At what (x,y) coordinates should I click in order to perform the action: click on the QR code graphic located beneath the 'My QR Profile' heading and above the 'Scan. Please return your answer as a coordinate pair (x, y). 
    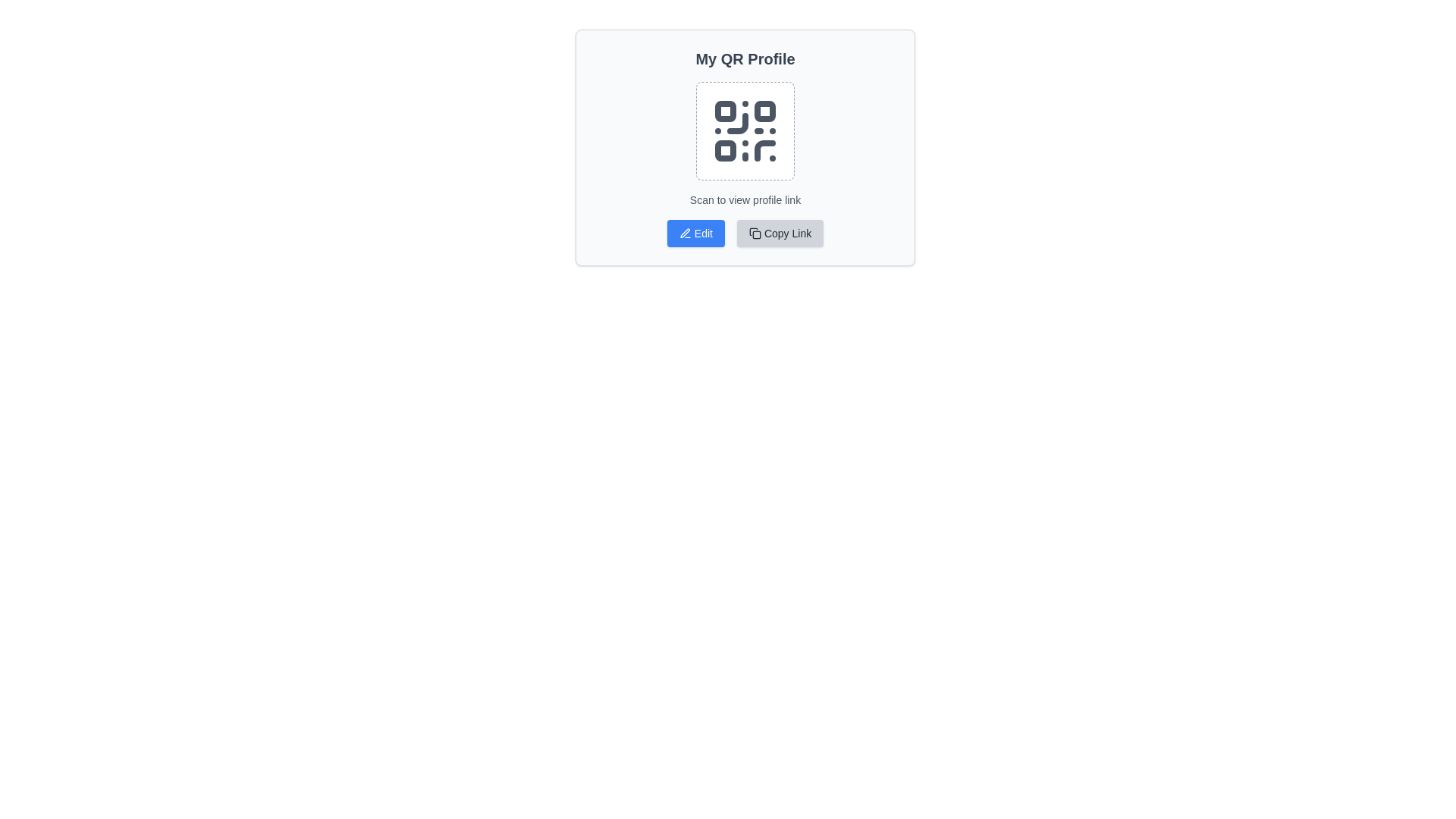
    Looking at the image, I should click on (745, 130).